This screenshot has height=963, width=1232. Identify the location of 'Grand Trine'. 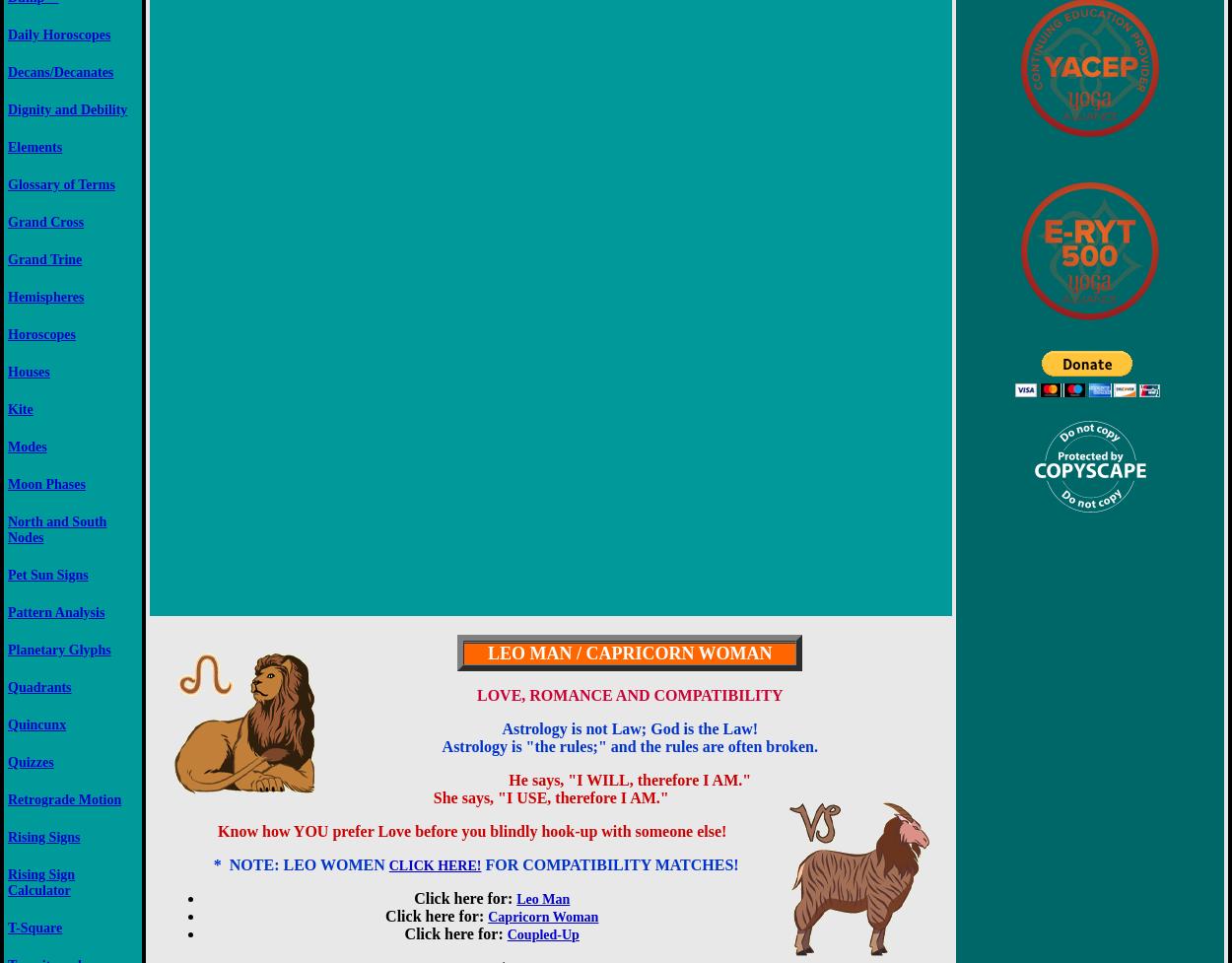
(44, 257).